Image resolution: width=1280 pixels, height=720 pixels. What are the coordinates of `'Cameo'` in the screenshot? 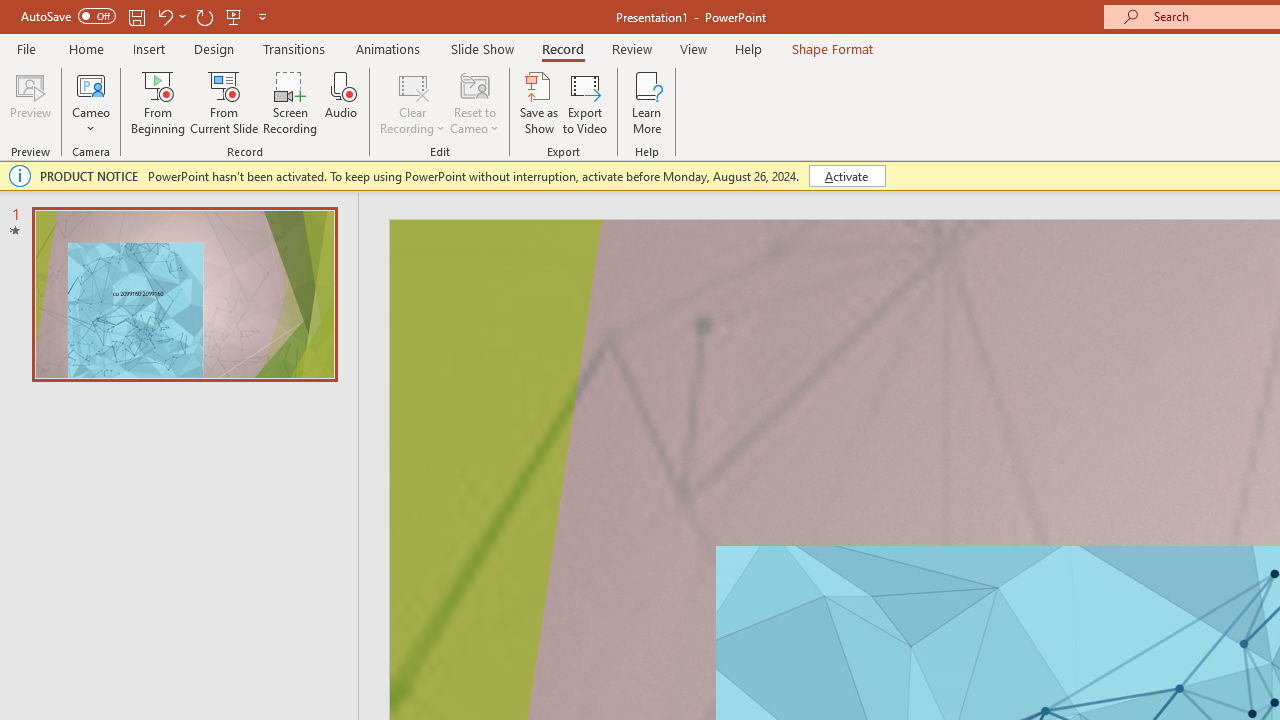 It's located at (90, 84).